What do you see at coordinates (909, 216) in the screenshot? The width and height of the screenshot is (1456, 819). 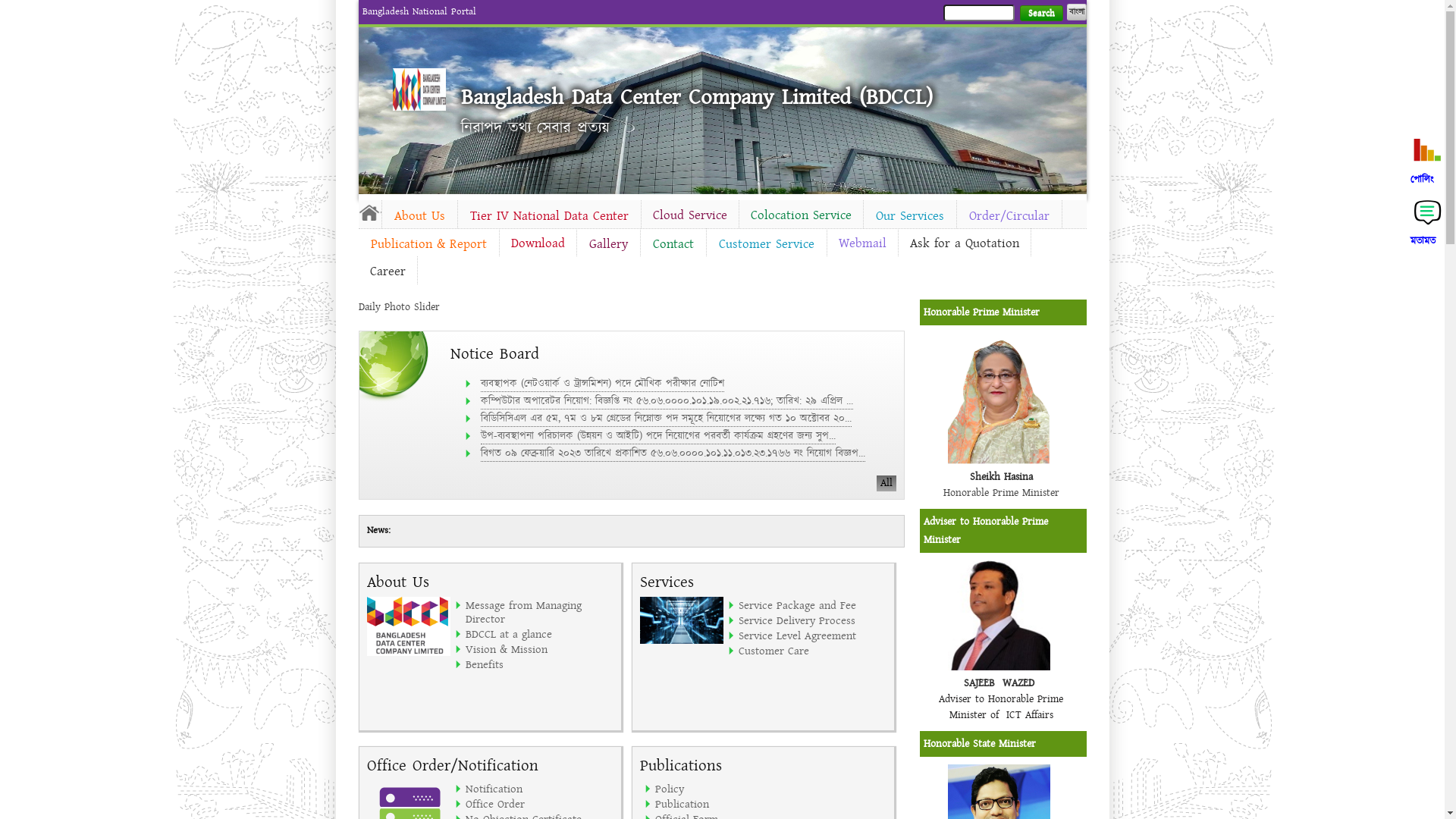 I see `'Our Services'` at bounding box center [909, 216].